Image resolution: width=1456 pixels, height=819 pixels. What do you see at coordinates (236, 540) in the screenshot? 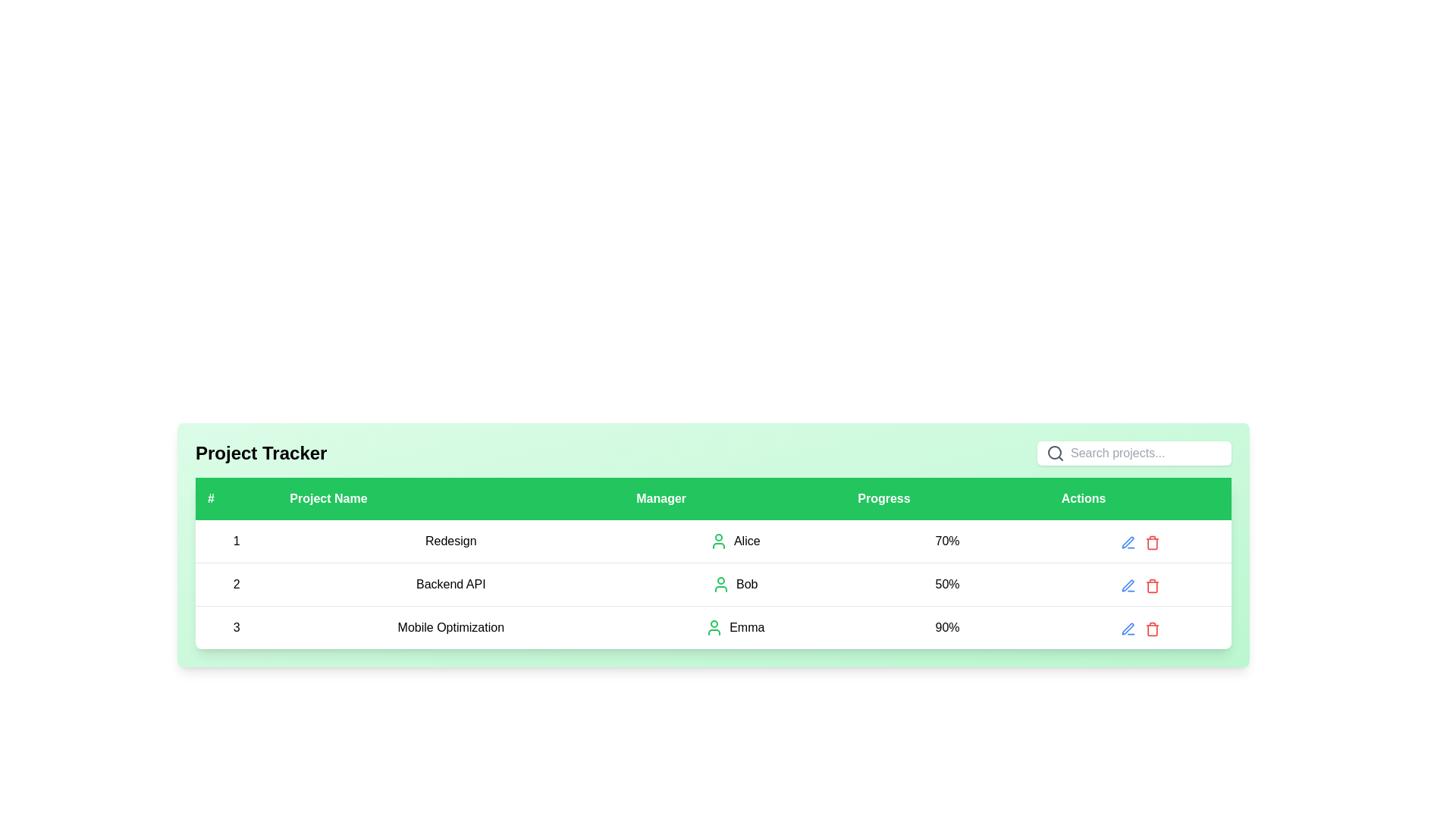
I see `the first cell in the first row of the table, which contains the serial number under the '#' header` at bounding box center [236, 540].